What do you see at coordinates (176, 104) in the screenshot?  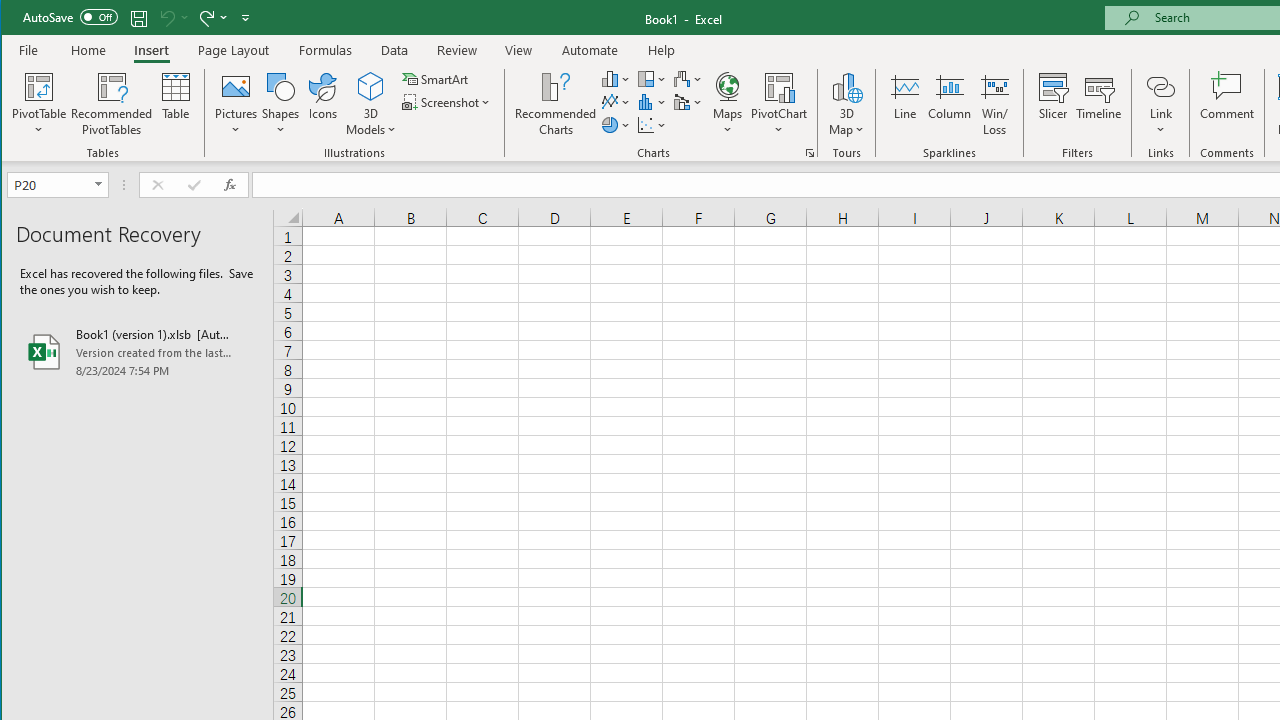 I see `'Table'` at bounding box center [176, 104].